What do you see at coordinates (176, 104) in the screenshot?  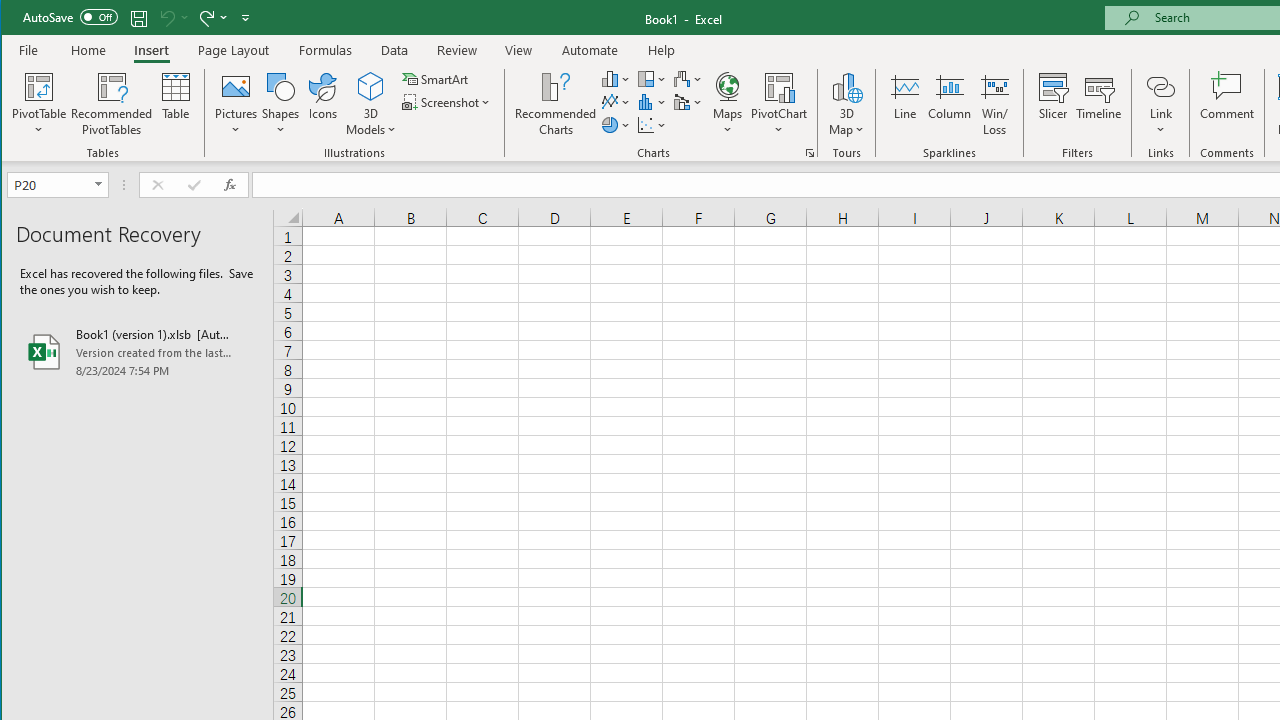 I see `'Table'` at bounding box center [176, 104].